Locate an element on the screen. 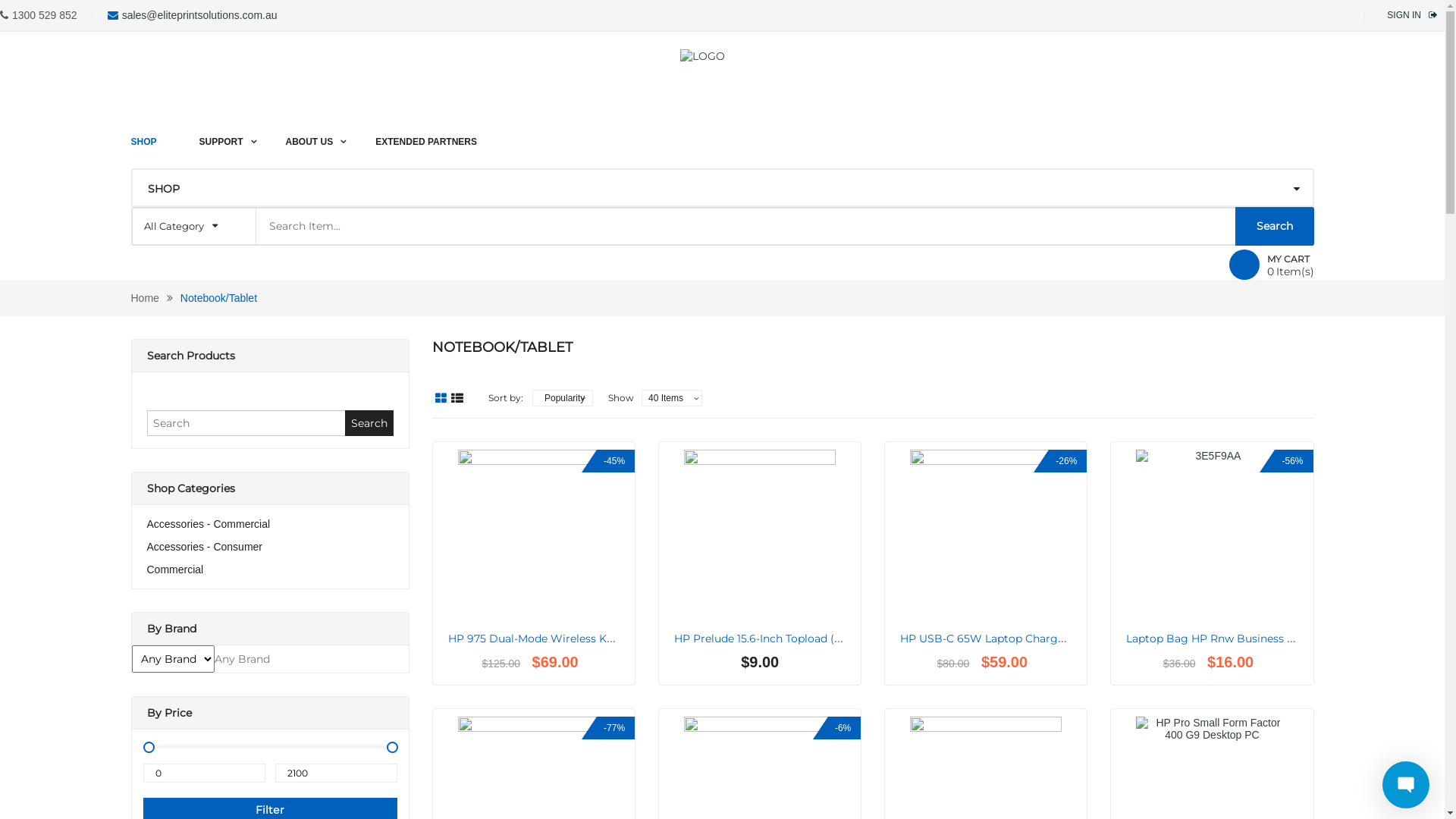  'HP Prelude 15.6-Inch Topload (1E7D7AA)' is located at coordinates (779, 638).